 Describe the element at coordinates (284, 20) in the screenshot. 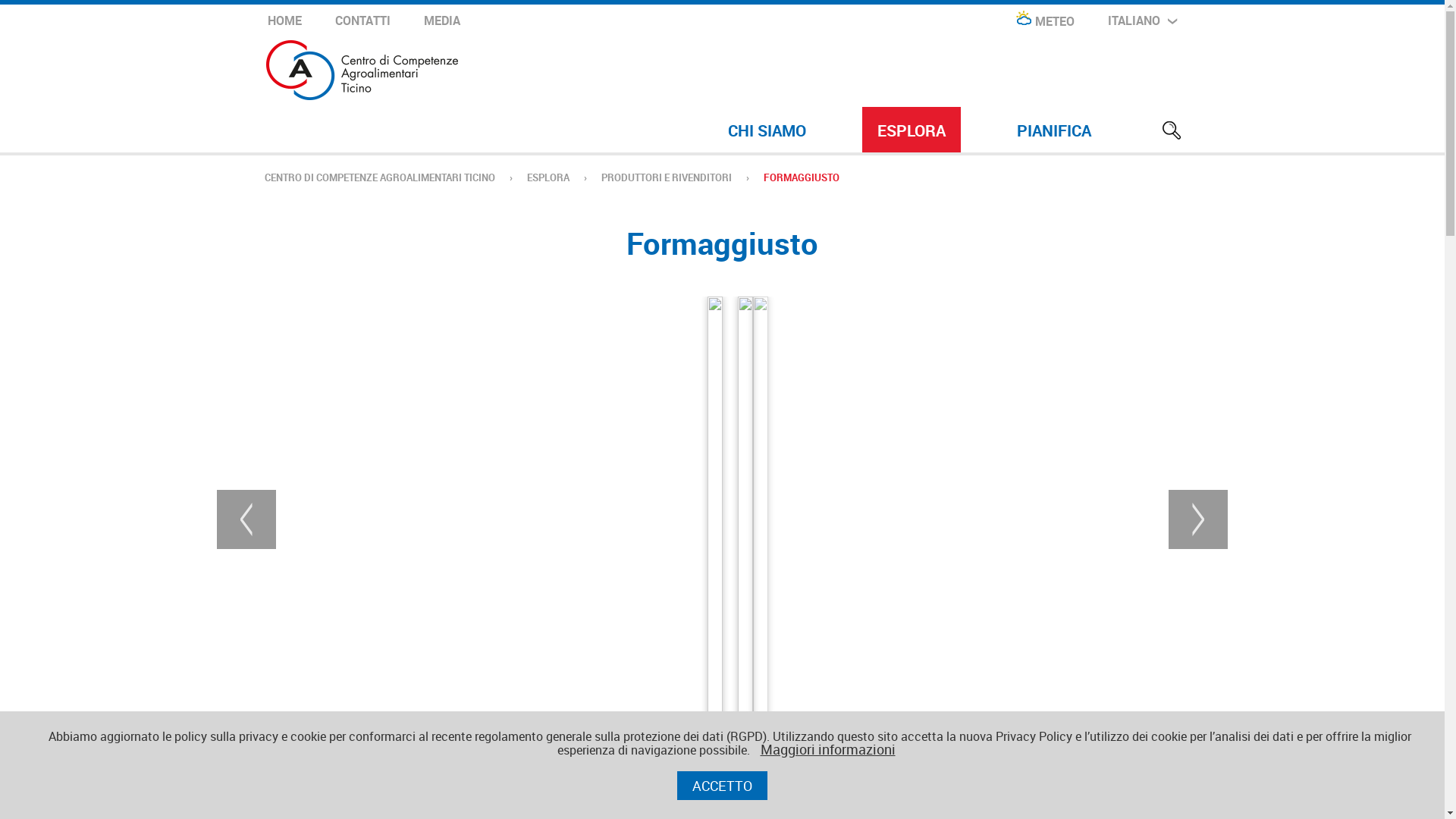

I see `'HOME'` at that location.